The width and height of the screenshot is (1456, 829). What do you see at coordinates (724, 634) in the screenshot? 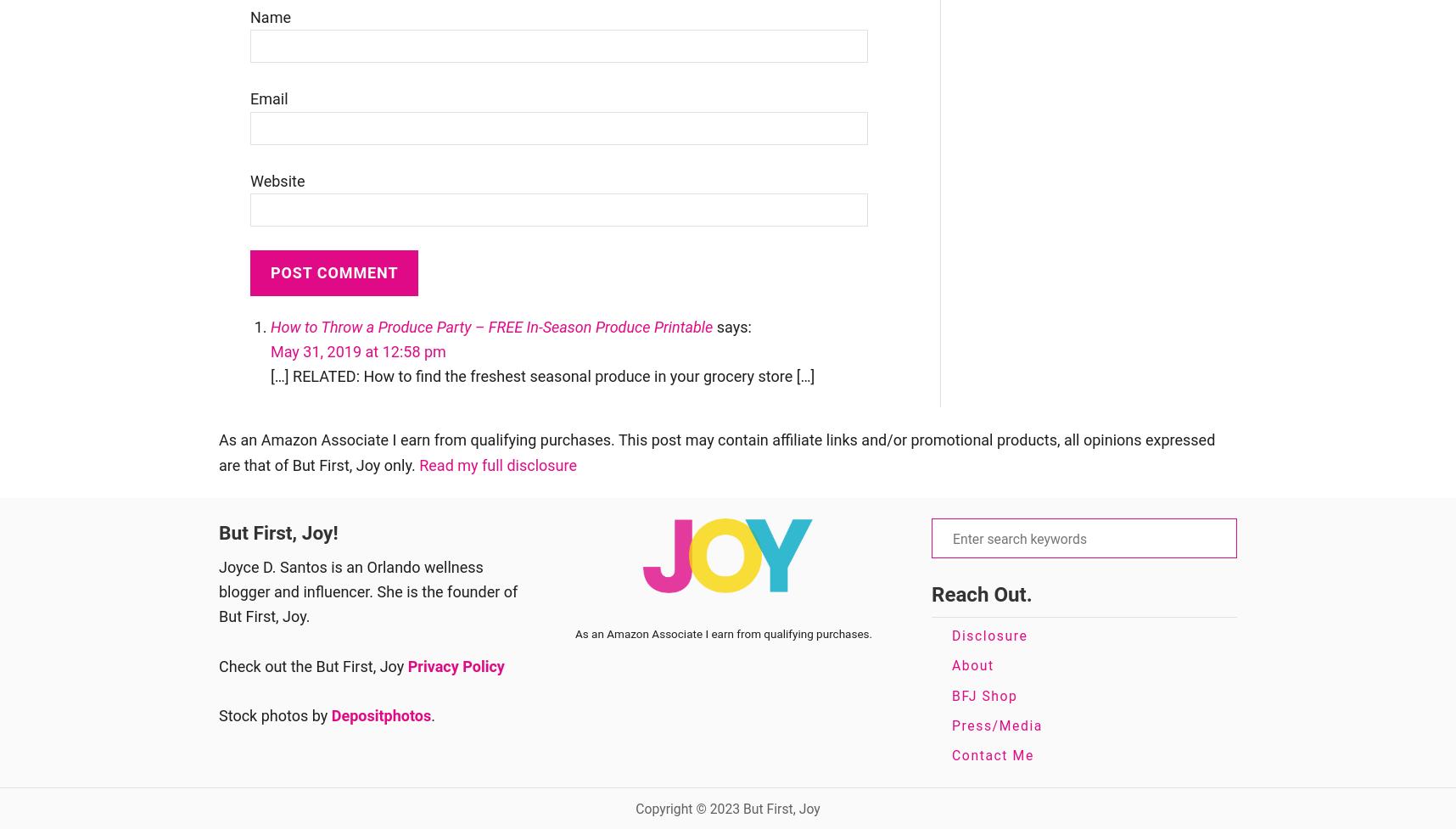
I see `'As an Amazon Associate I earn from qualifying purchases.'` at bounding box center [724, 634].